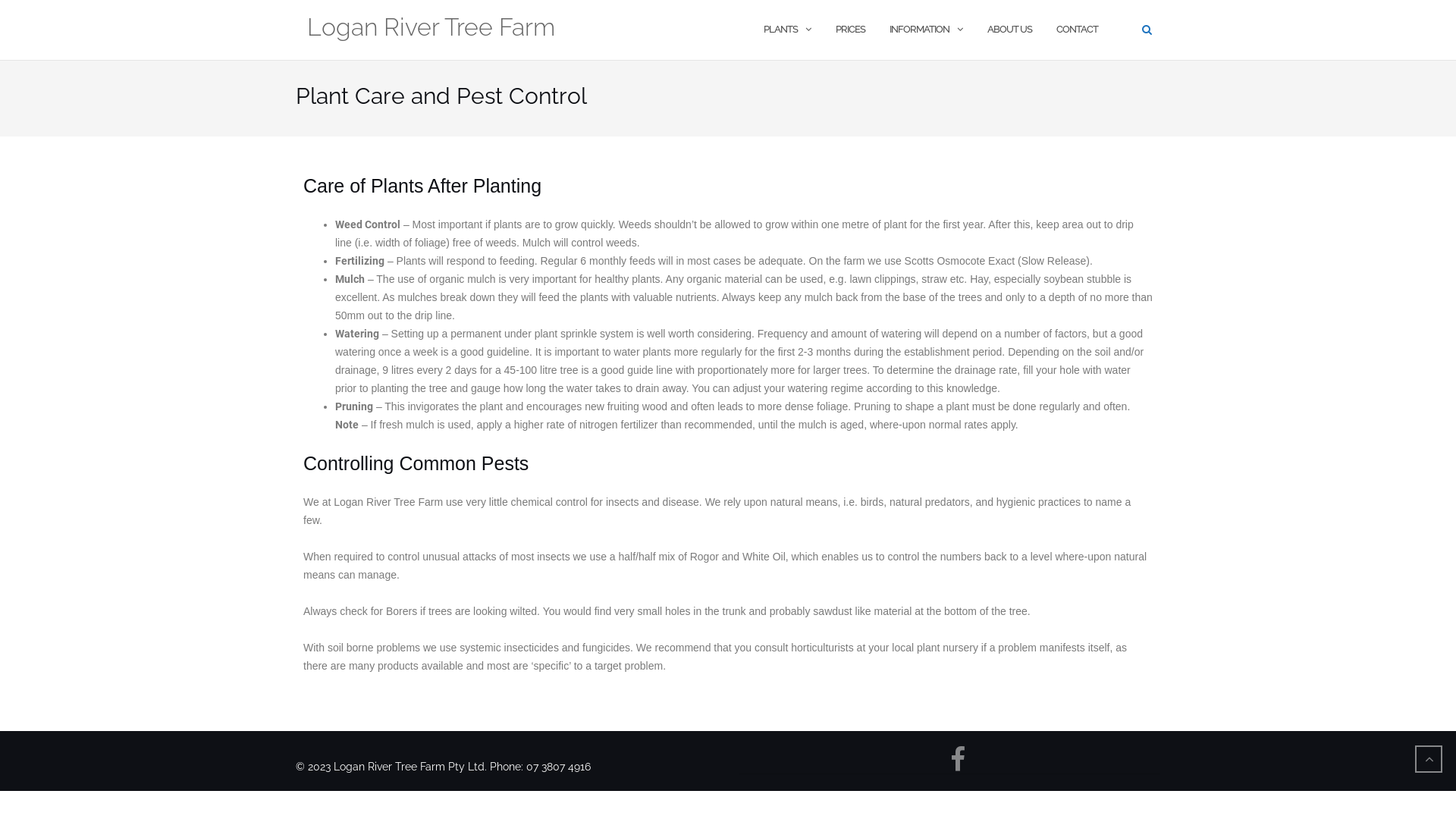 This screenshot has height=819, width=1456. I want to click on 'ABOUT US', so click(987, 30).